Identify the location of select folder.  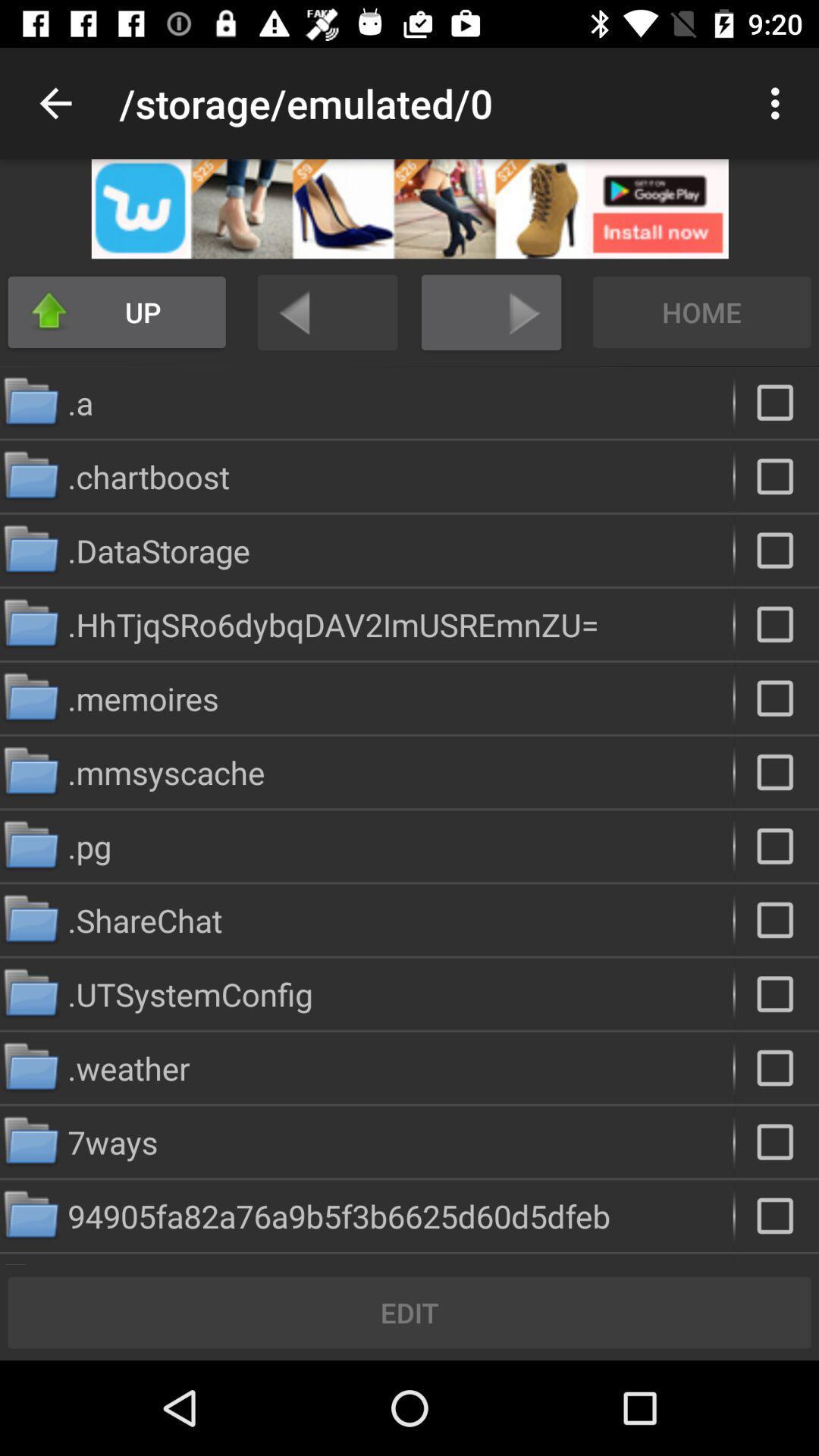
(777, 846).